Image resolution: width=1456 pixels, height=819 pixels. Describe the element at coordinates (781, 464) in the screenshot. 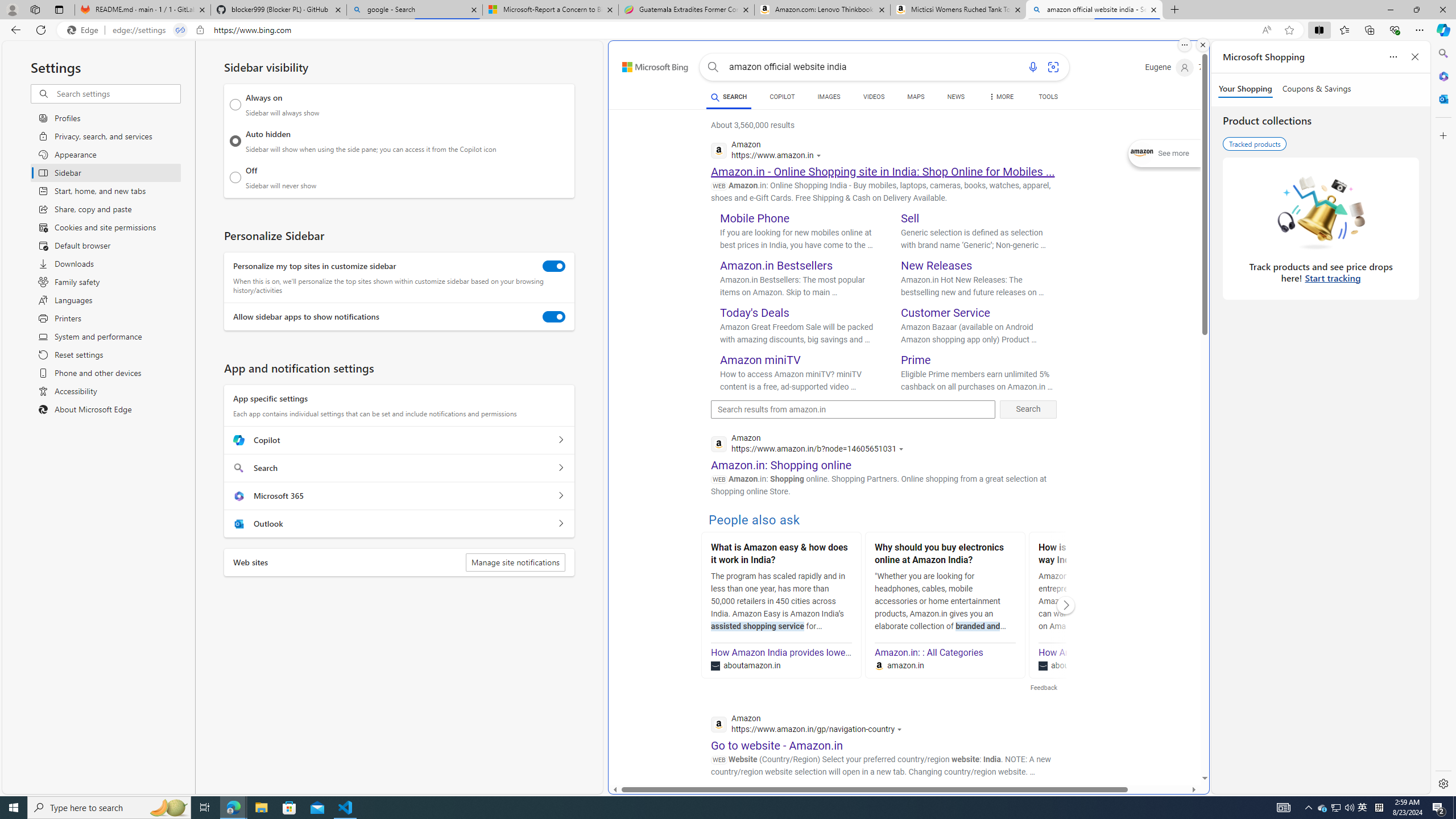

I see `'Amazon.in: Shopping online'` at that location.